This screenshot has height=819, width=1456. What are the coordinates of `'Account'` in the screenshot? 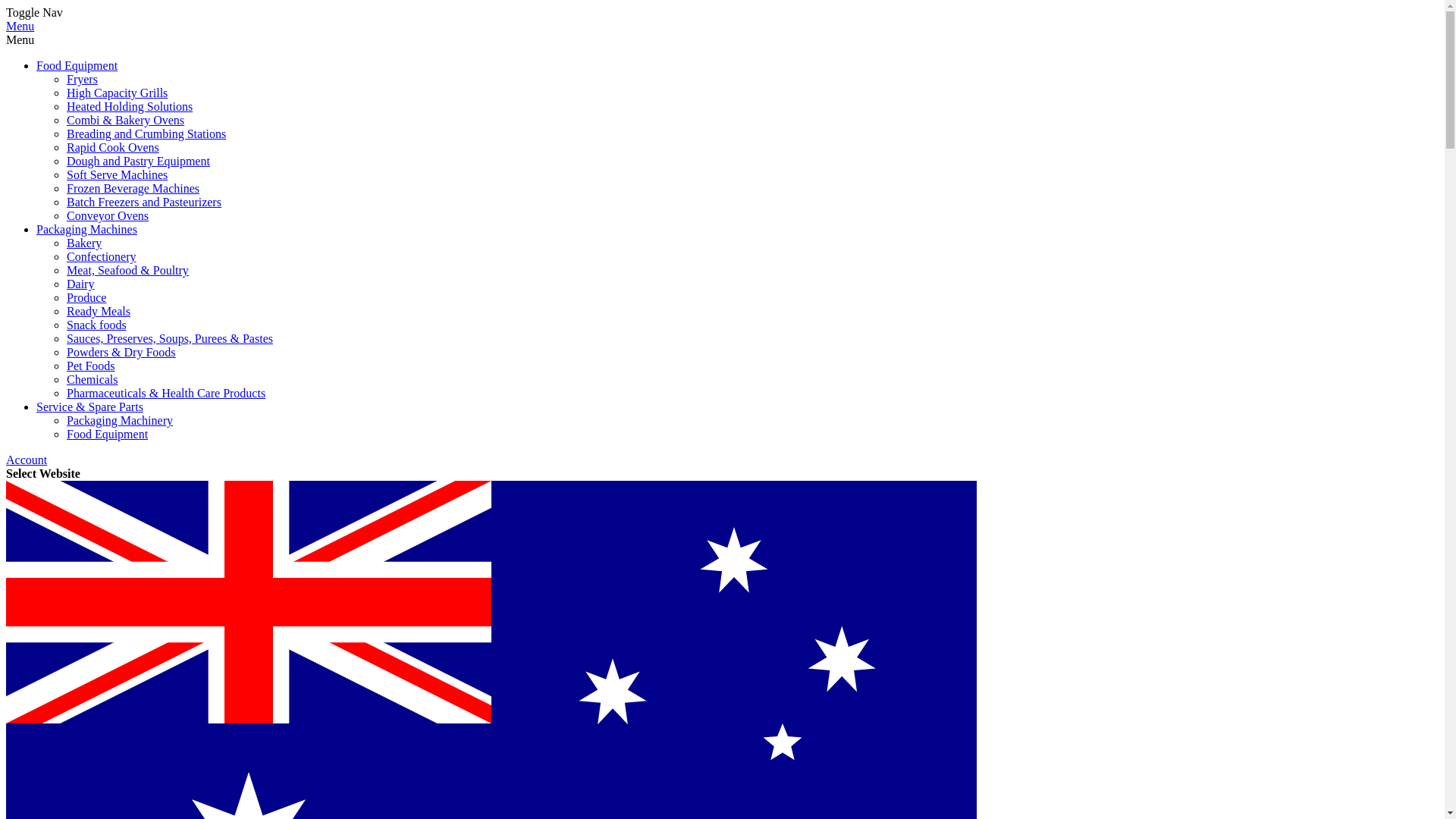 It's located at (26, 459).